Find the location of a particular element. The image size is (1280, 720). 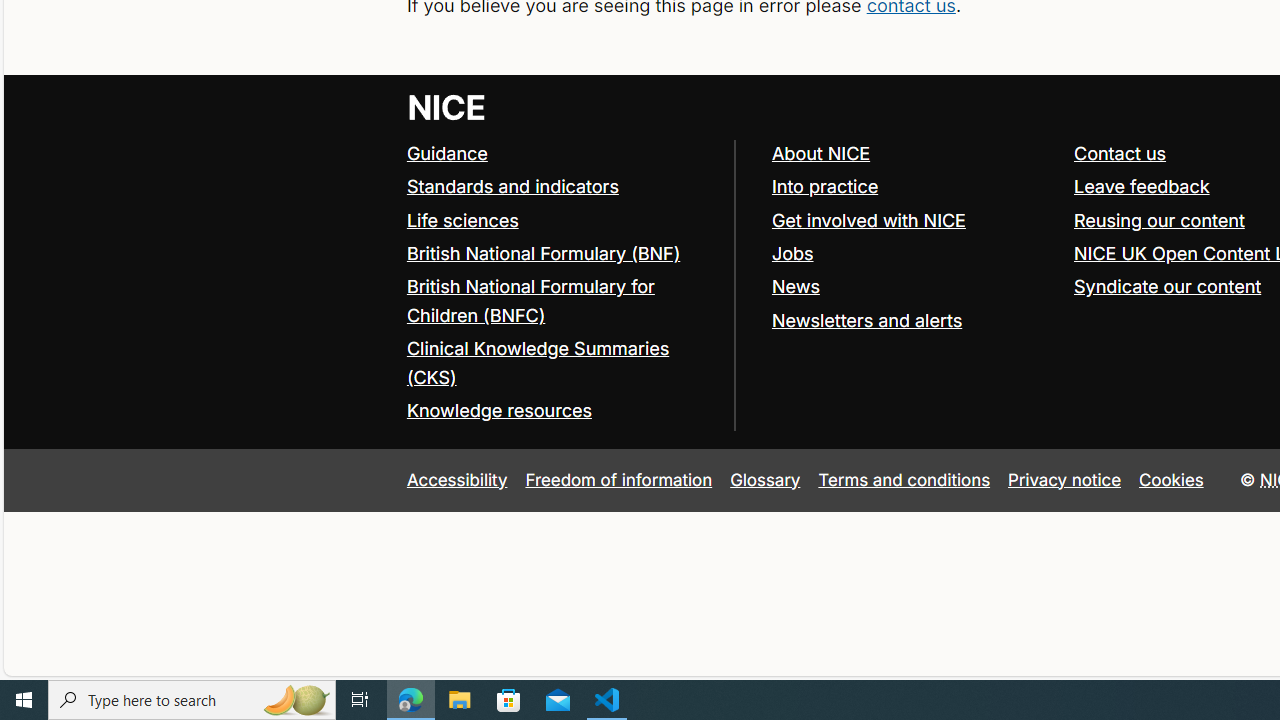

'Privacy notice' is located at coordinates (1064, 479).